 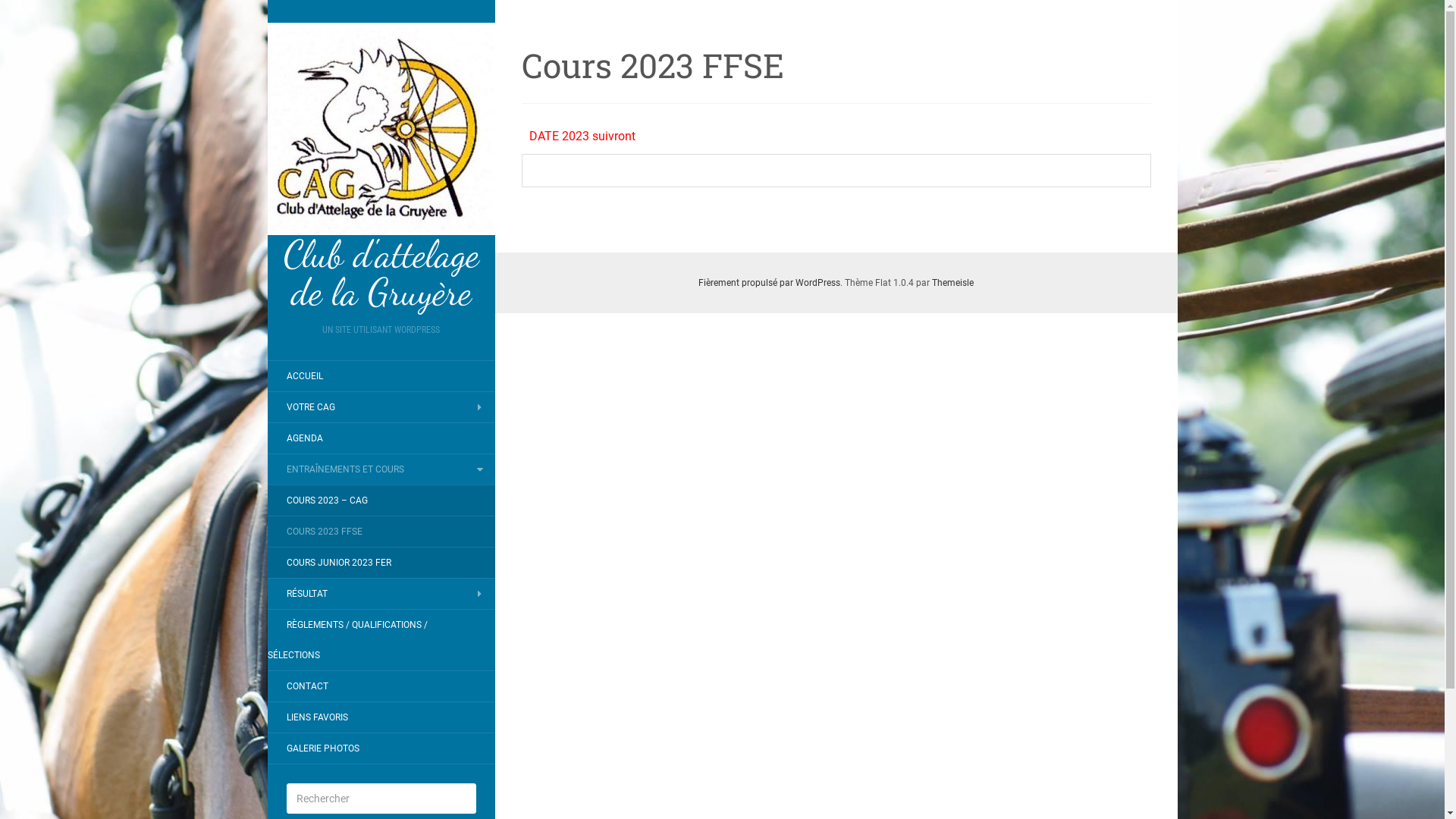 I want to click on 'GALERIE PHOTOS', so click(x=322, y=748).